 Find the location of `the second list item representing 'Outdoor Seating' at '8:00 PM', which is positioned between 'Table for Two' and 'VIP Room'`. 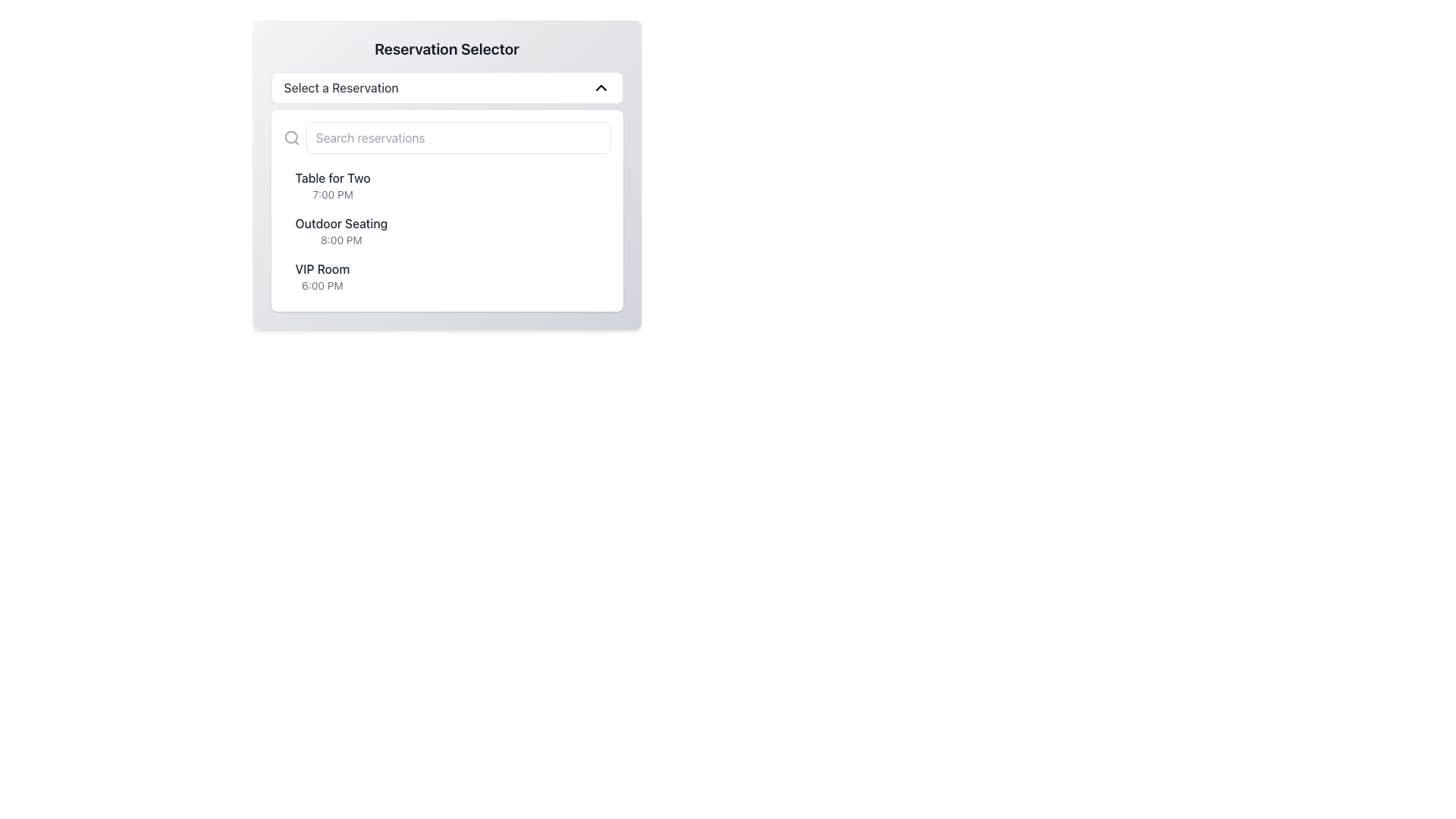

the second list item representing 'Outdoor Seating' at '8:00 PM', which is positioned between 'Table for Two' and 'VIP Room' is located at coordinates (446, 231).